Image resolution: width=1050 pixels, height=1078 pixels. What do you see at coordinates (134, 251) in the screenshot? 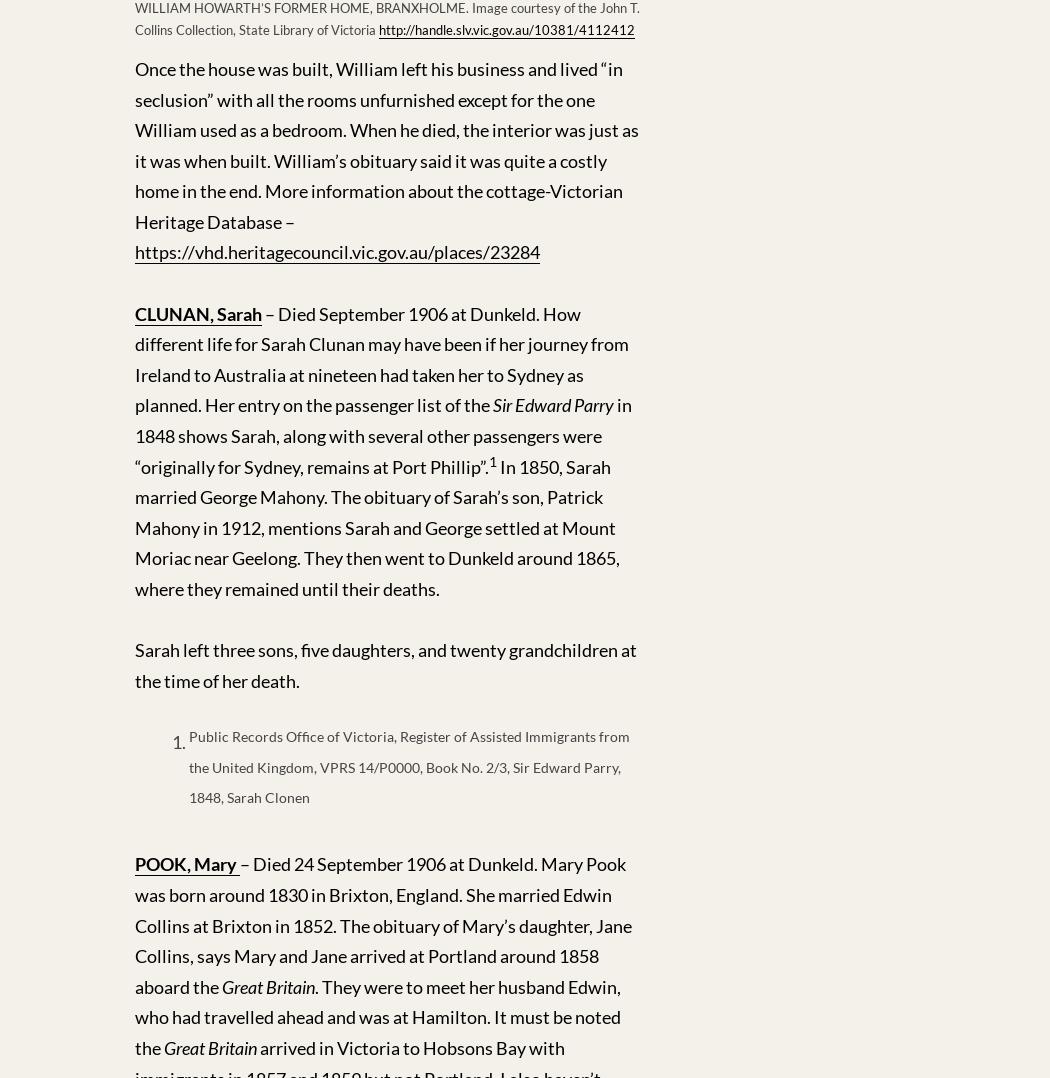
I see `'https://vhd.heritagecouncil.vic.gov.au/places/23284'` at bounding box center [134, 251].